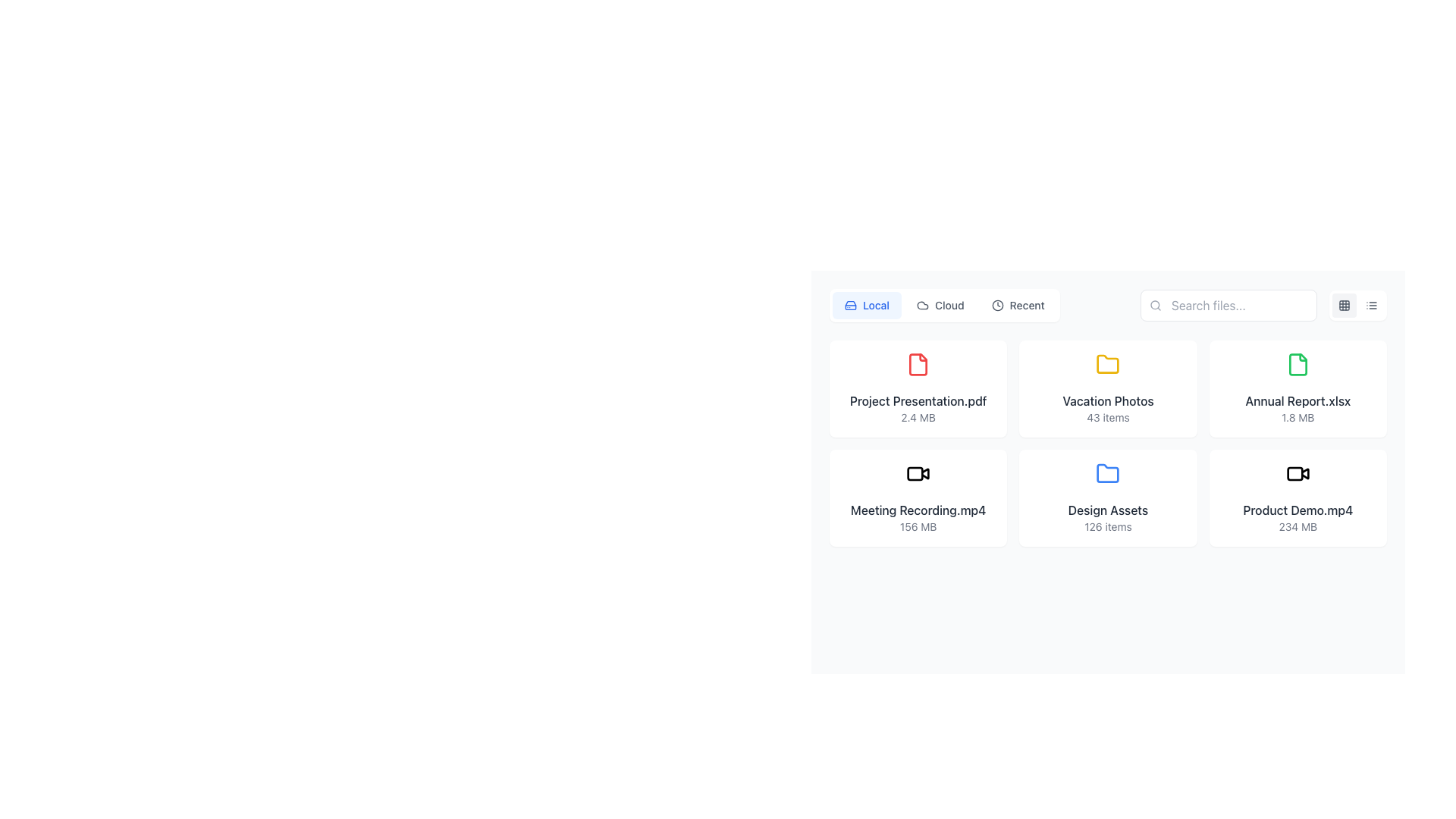 This screenshot has width=1456, height=819. Describe the element at coordinates (1344, 305) in the screenshot. I see `the grid view button, which is a square icon with a light gray background and rounded corners` at that location.